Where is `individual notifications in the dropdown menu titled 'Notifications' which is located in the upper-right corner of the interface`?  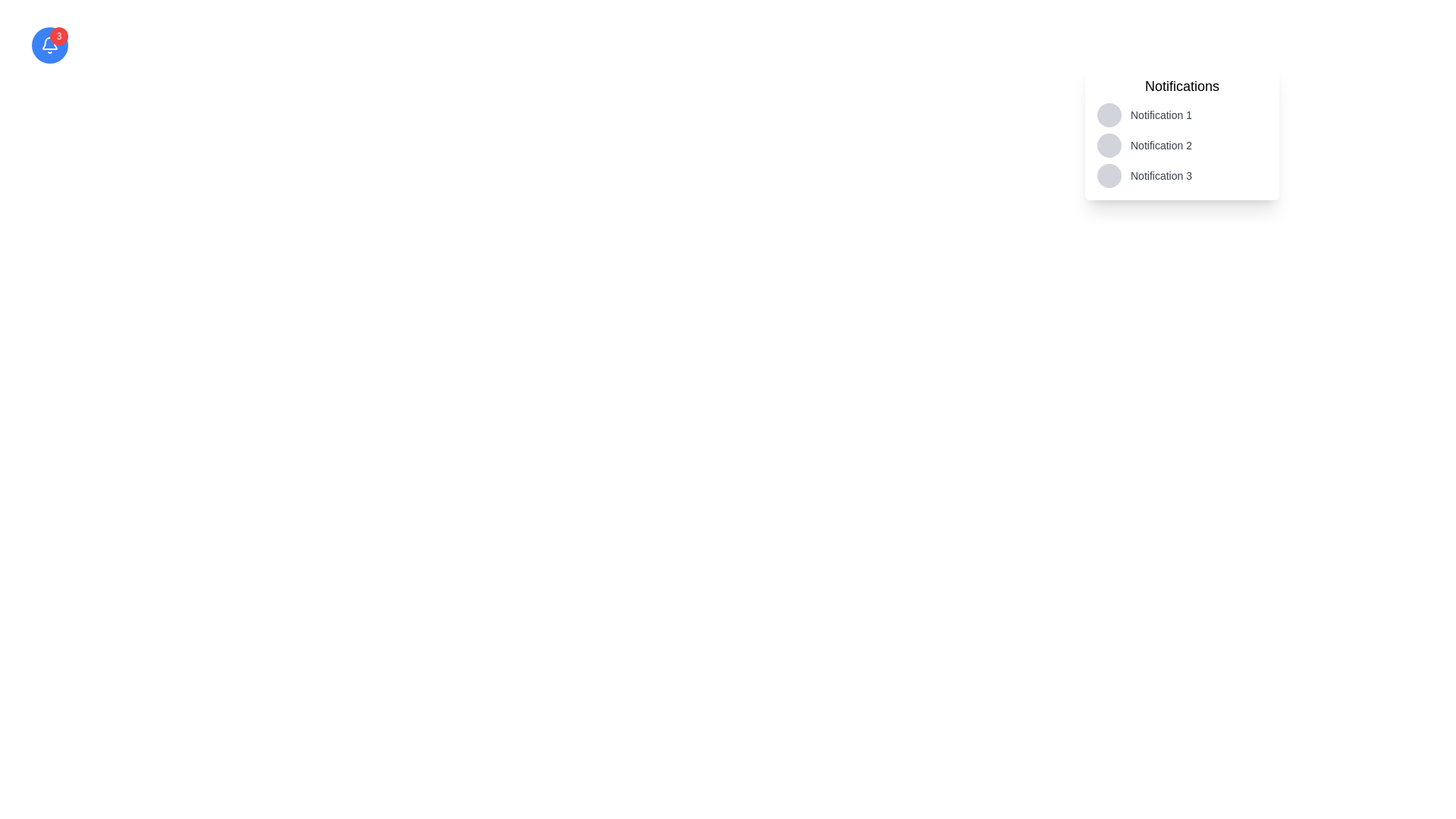
individual notifications in the dropdown menu titled 'Notifications' which is located in the upper-right corner of the interface is located at coordinates (1181, 130).